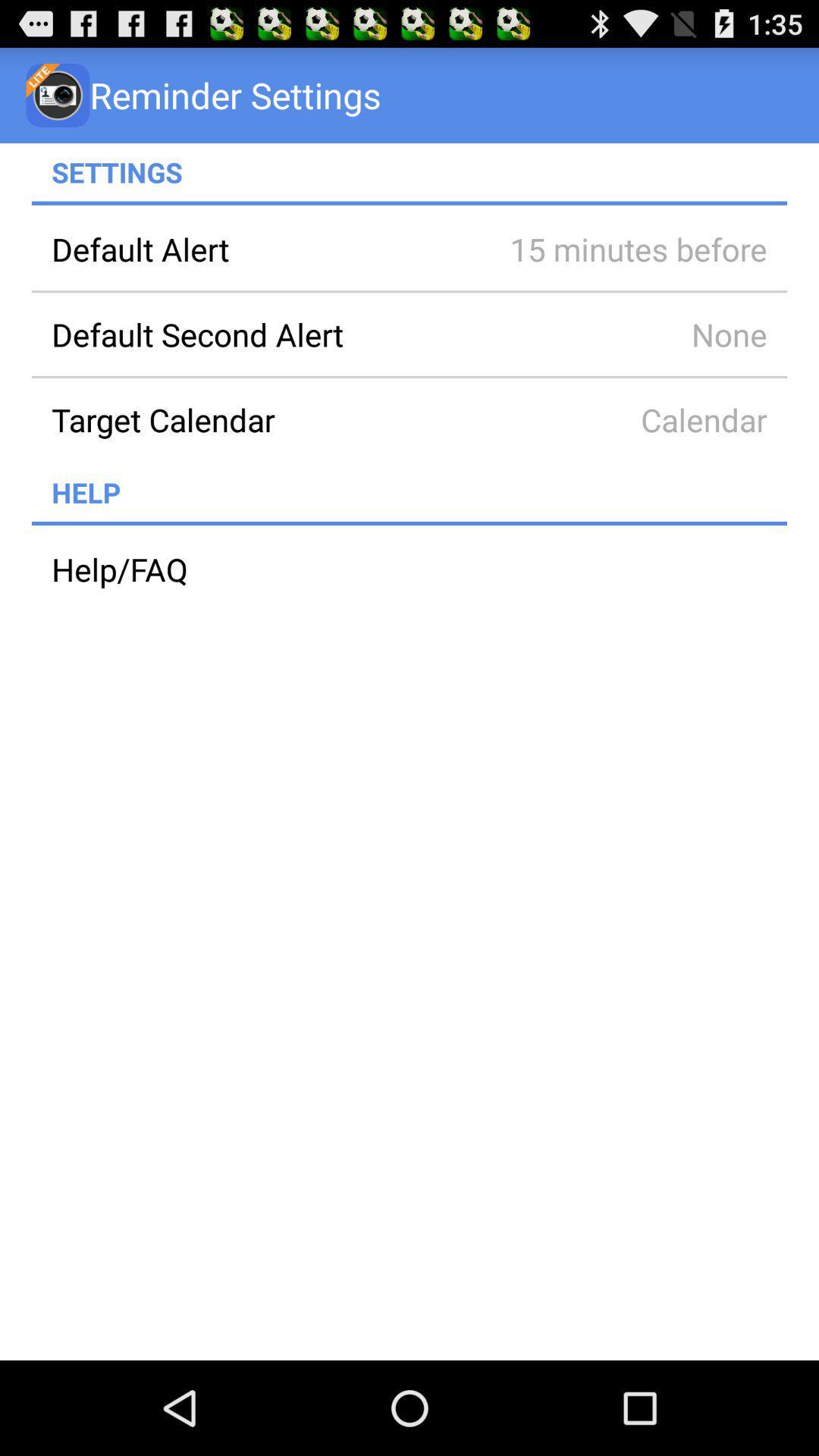  Describe the element at coordinates (617, 334) in the screenshot. I see `the app next to default second alert app` at that location.